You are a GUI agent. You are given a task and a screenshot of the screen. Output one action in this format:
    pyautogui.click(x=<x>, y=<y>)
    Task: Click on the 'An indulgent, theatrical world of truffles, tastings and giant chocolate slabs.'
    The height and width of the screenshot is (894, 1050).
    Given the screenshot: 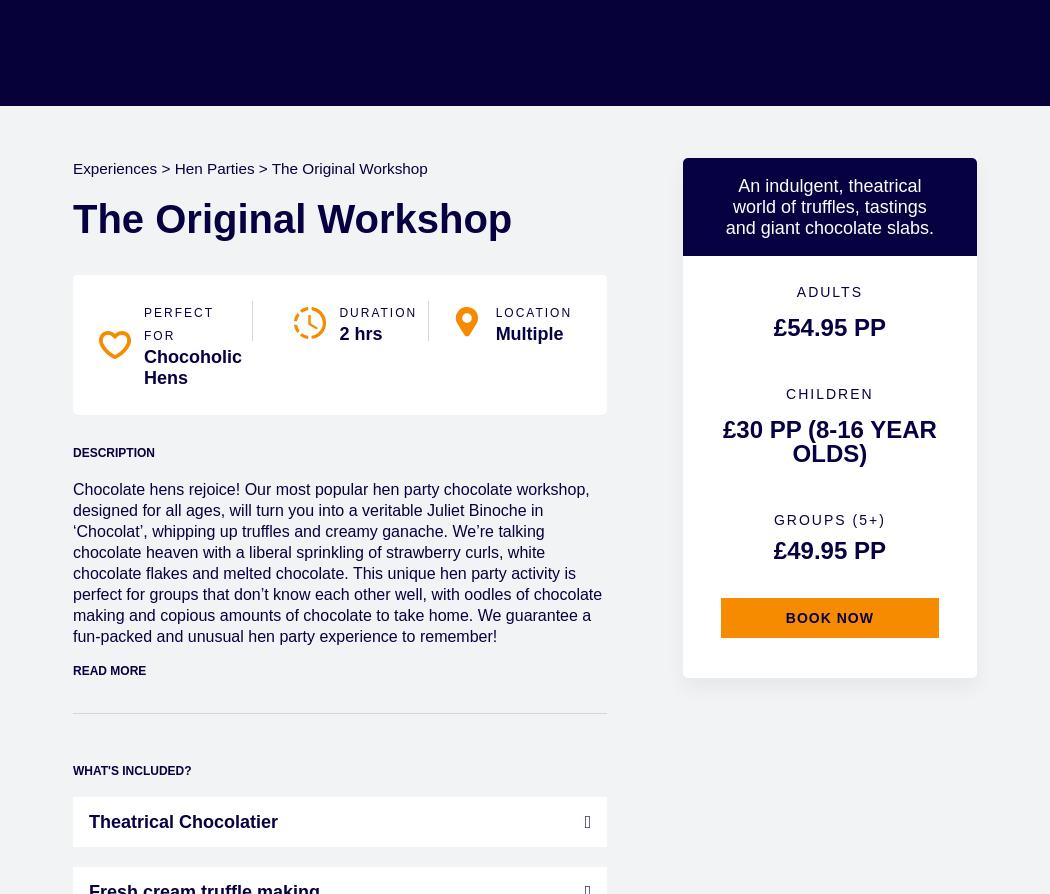 What is the action you would take?
    pyautogui.click(x=828, y=205)
    